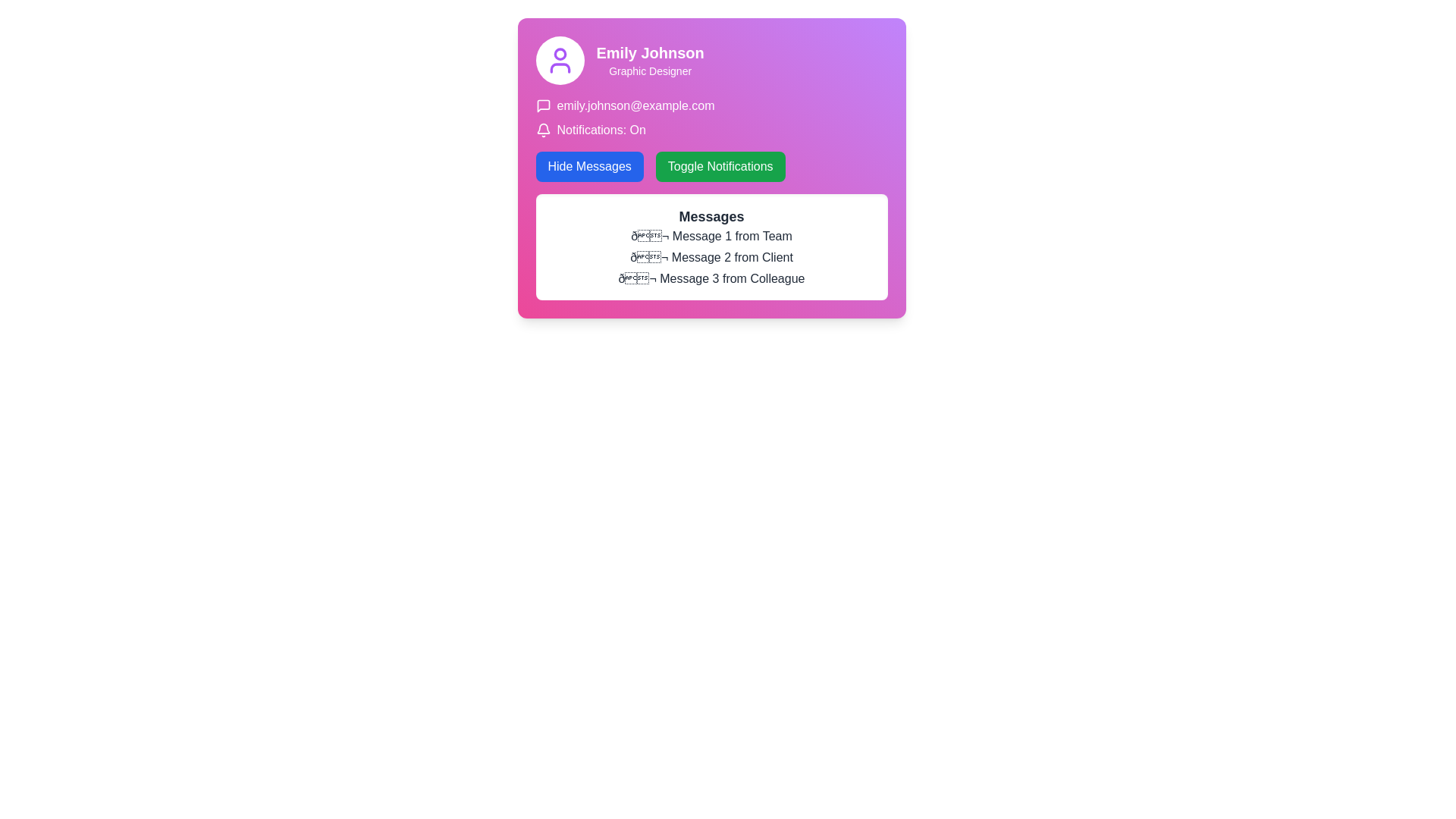 The height and width of the screenshot is (819, 1456). Describe the element at coordinates (711, 105) in the screenshot. I see `the text label with the email 'emily.johnson@example.com' that features a speech bubble icon, located at the top of the lower section of the purple card layout` at that location.